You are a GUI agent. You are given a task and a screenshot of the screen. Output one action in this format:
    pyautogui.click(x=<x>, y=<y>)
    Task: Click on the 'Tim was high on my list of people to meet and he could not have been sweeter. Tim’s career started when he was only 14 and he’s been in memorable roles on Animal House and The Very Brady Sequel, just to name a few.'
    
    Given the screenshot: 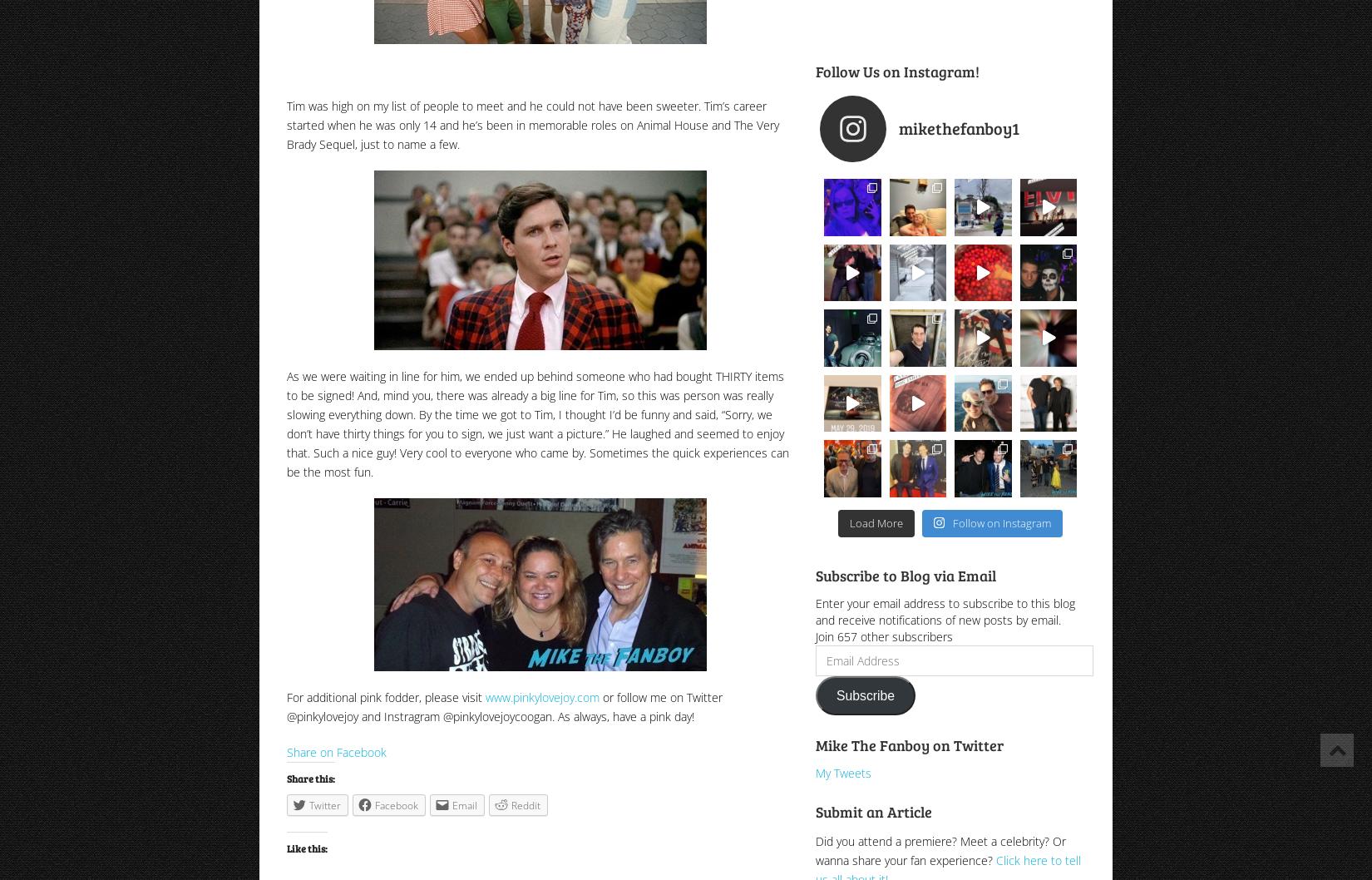 What is the action you would take?
    pyautogui.click(x=532, y=124)
    